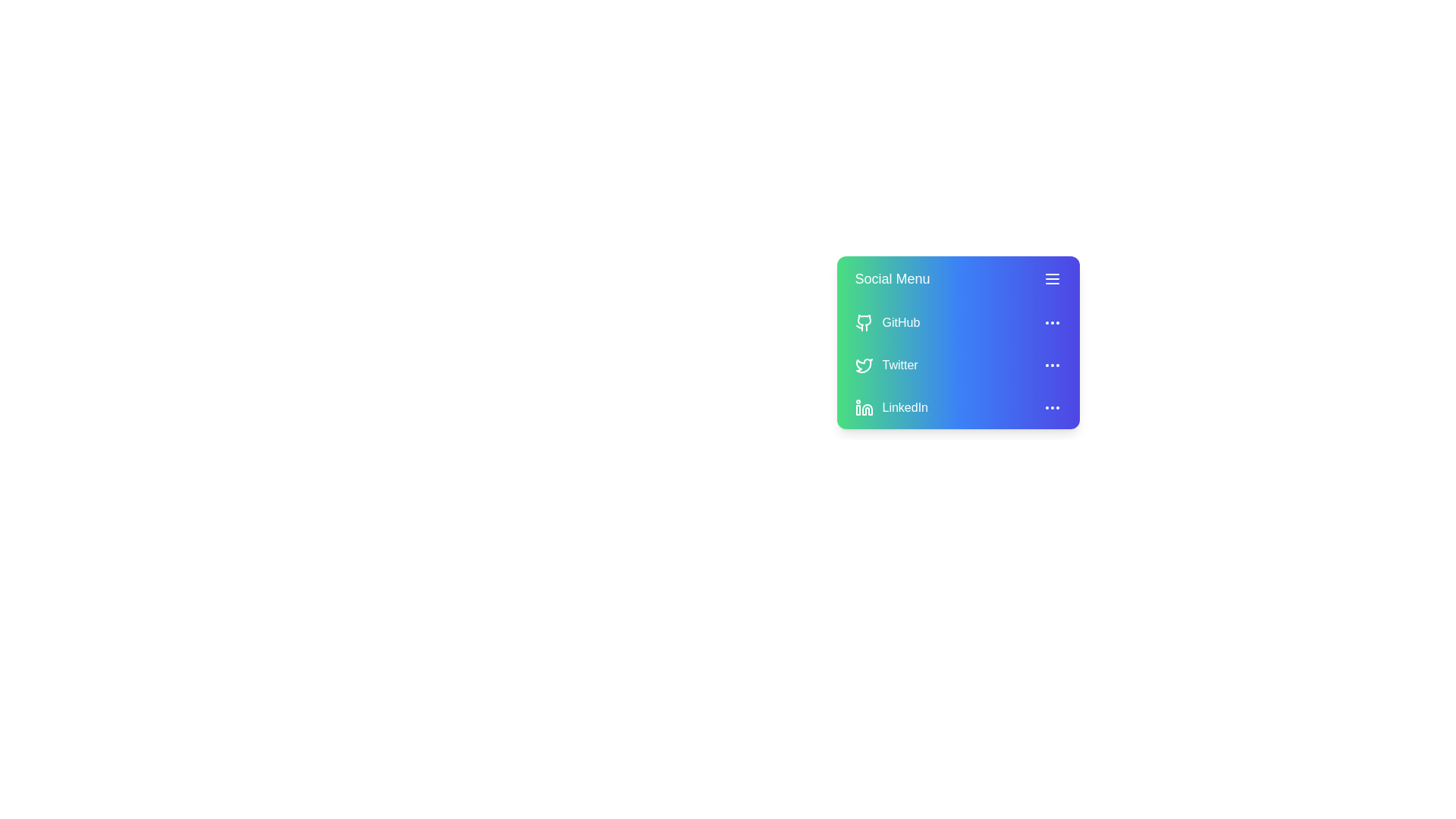 The image size is (1456, 819). What do you see at coordinates (1051, 322) in the screenshot?
I see `the '...' icon for the GitHub row` at bounding box center [1051, 322].